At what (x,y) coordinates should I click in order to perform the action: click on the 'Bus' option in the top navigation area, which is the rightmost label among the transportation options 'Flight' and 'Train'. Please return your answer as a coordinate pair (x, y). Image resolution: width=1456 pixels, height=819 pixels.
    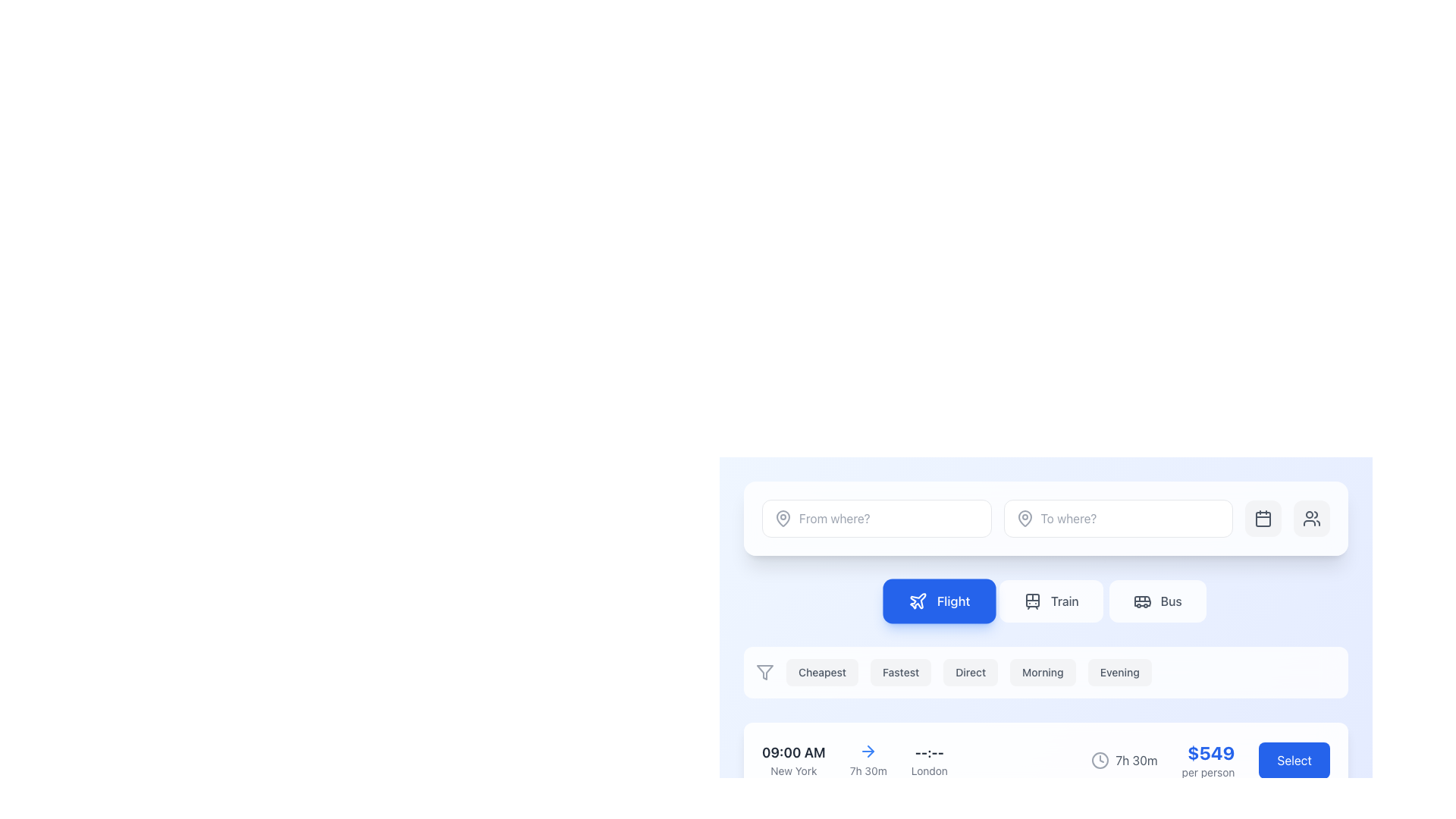
    Looking at the image, I should click on (1170, 601).